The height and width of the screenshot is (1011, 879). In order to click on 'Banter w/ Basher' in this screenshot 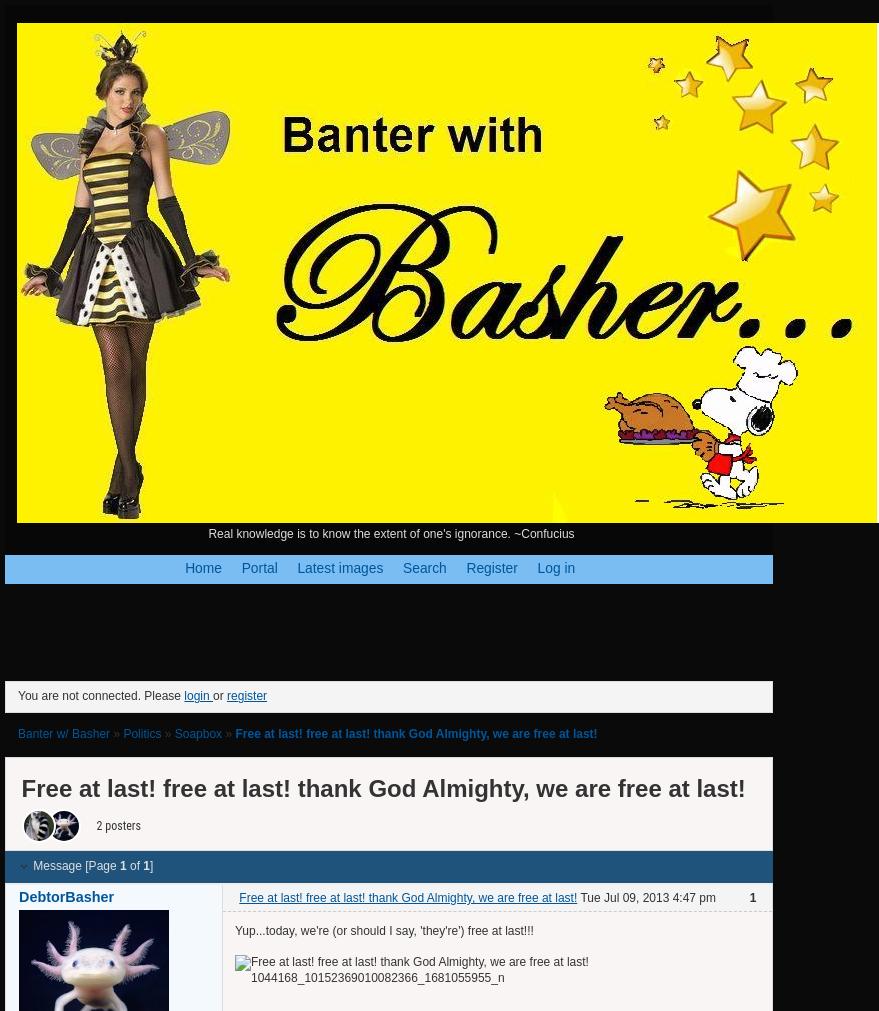, I will do `click(17, 732)`.